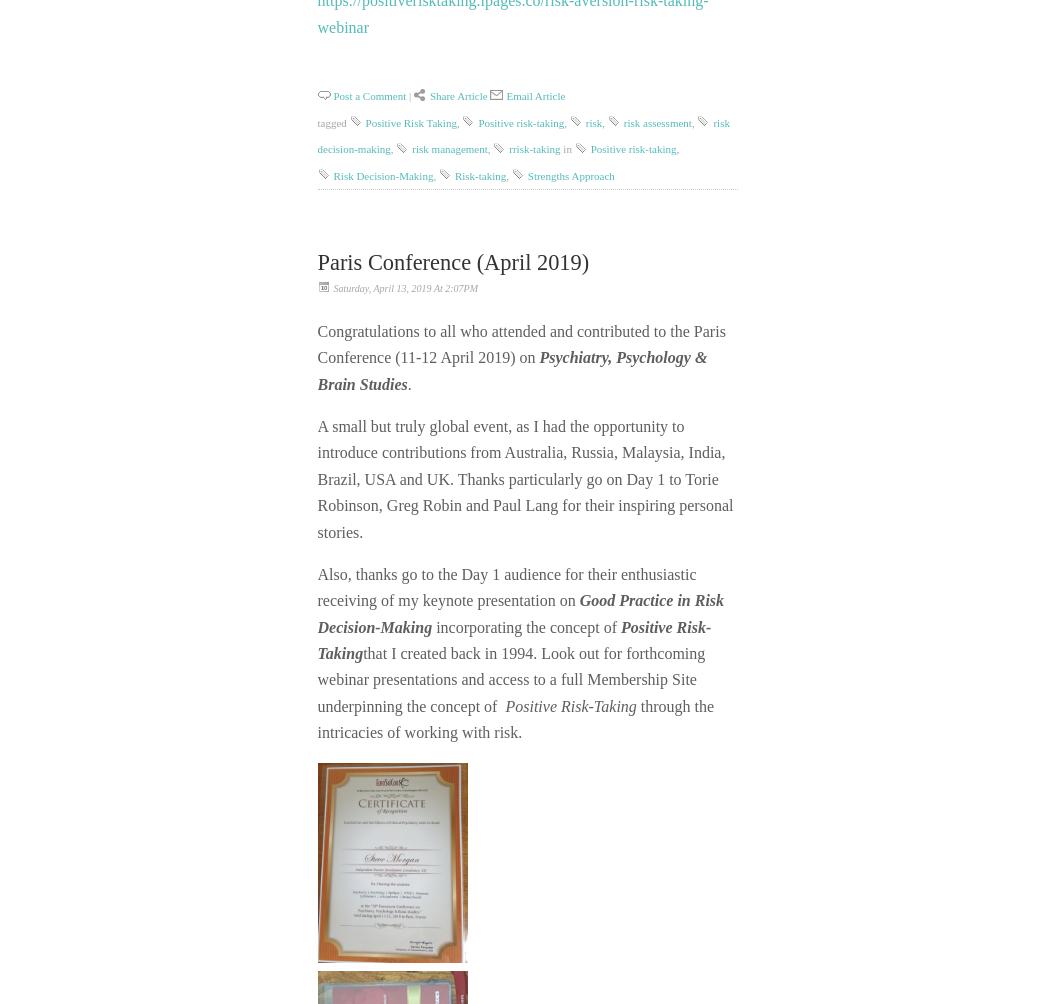 The image size is (1055, 1004). What do you see at coordinates (405, 288) in the screenshot?
I see `'Saturday, April 13, 2019 at 2:07PM'` at bounding box center [405, 288].